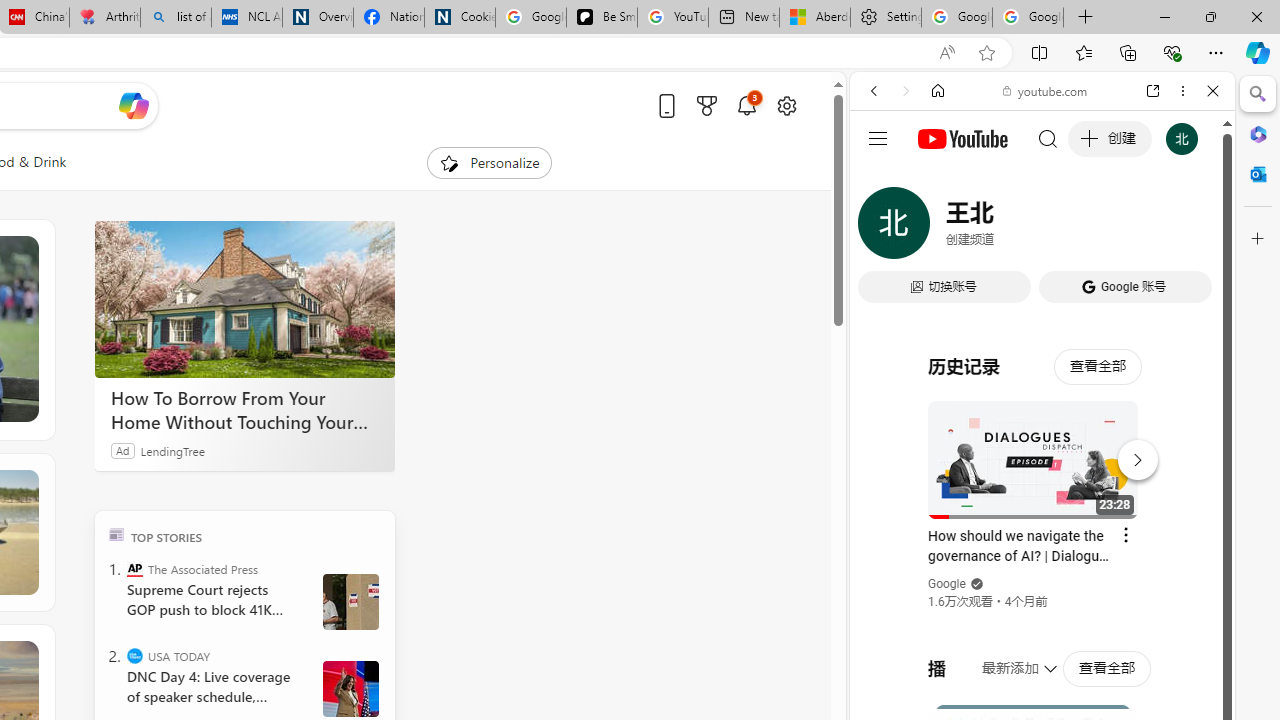 The width and height of the screenshot is (1280, 720). What do you see at coordinates (1257, 133) in the screenshot?
I see `'Microsoft 365'` at bounding box center [1257, 133].